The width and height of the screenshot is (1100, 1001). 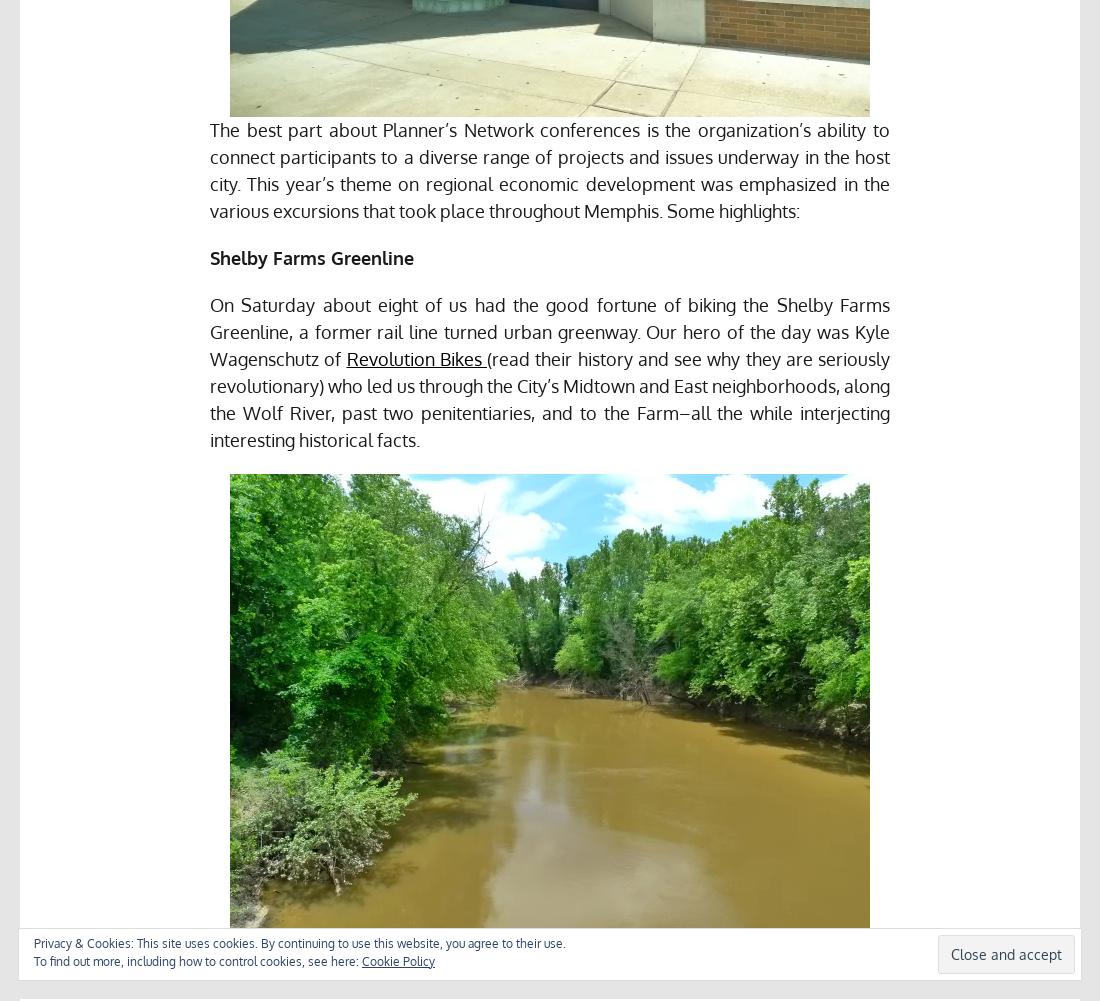 What do you see at coordinates (197, 960) in the screenshot?
I see `'To find out more, including how to control cookies, see here:'` at bounding box center [197, 960].